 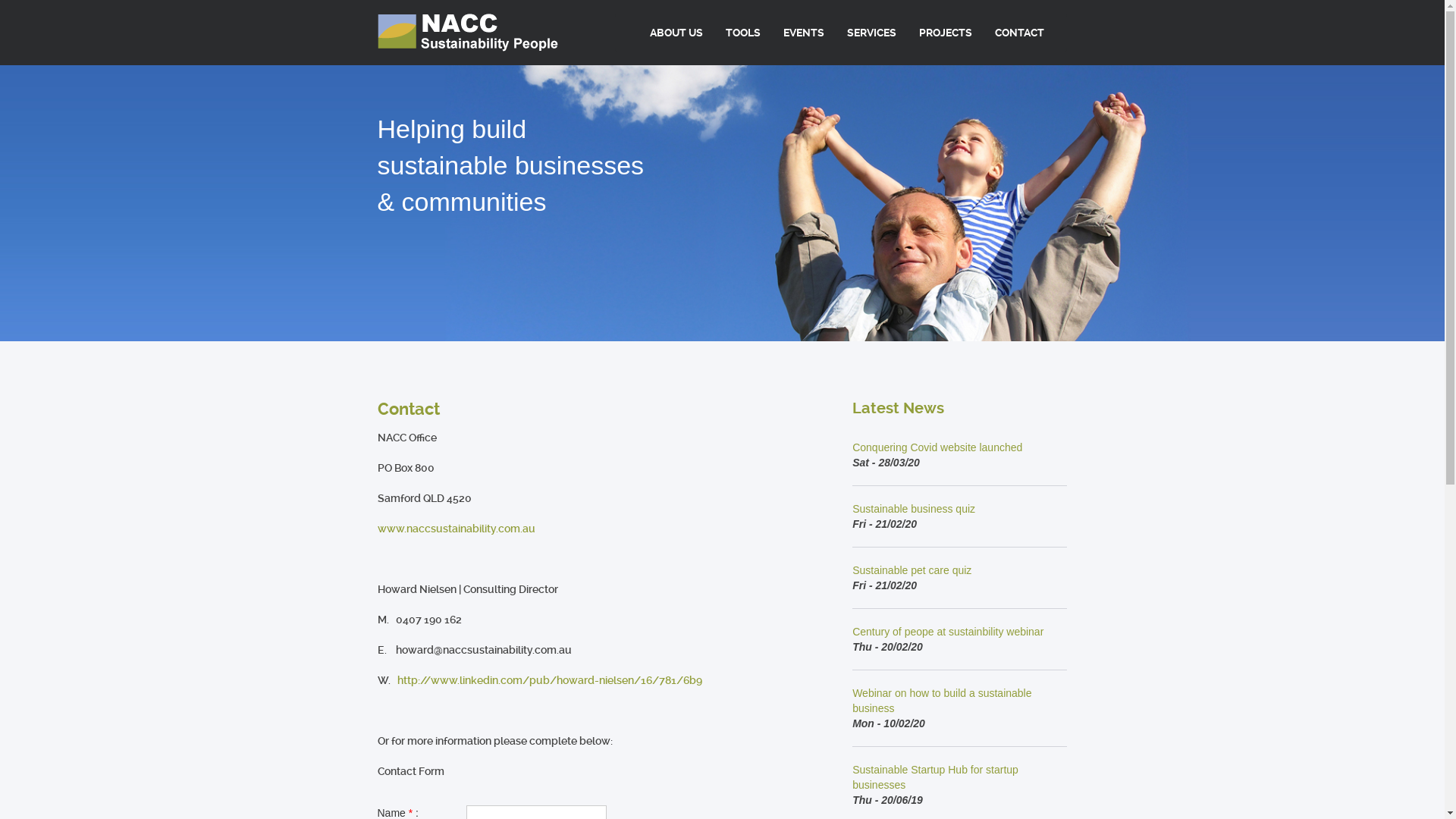 What do you see at coordinates (1019, 32) in the screenshot?
I see `'CONTACT'` at bounding box center [1019, 32].